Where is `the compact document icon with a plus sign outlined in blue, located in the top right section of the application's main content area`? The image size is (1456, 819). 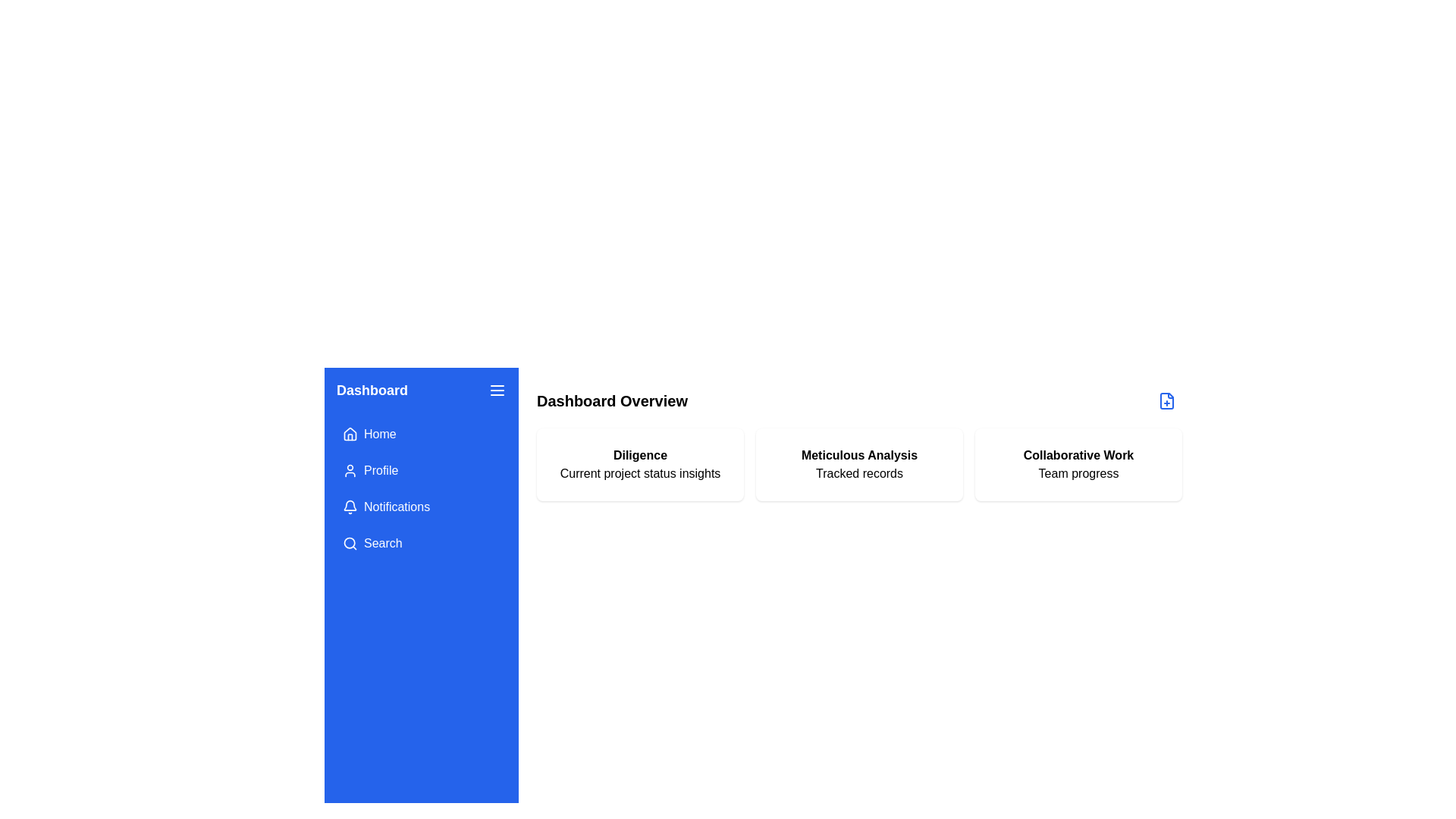 the compact document icon with a plus sign outlined in blue, located in the top right section of the application's main content area is located at coordinates (1166, 400).